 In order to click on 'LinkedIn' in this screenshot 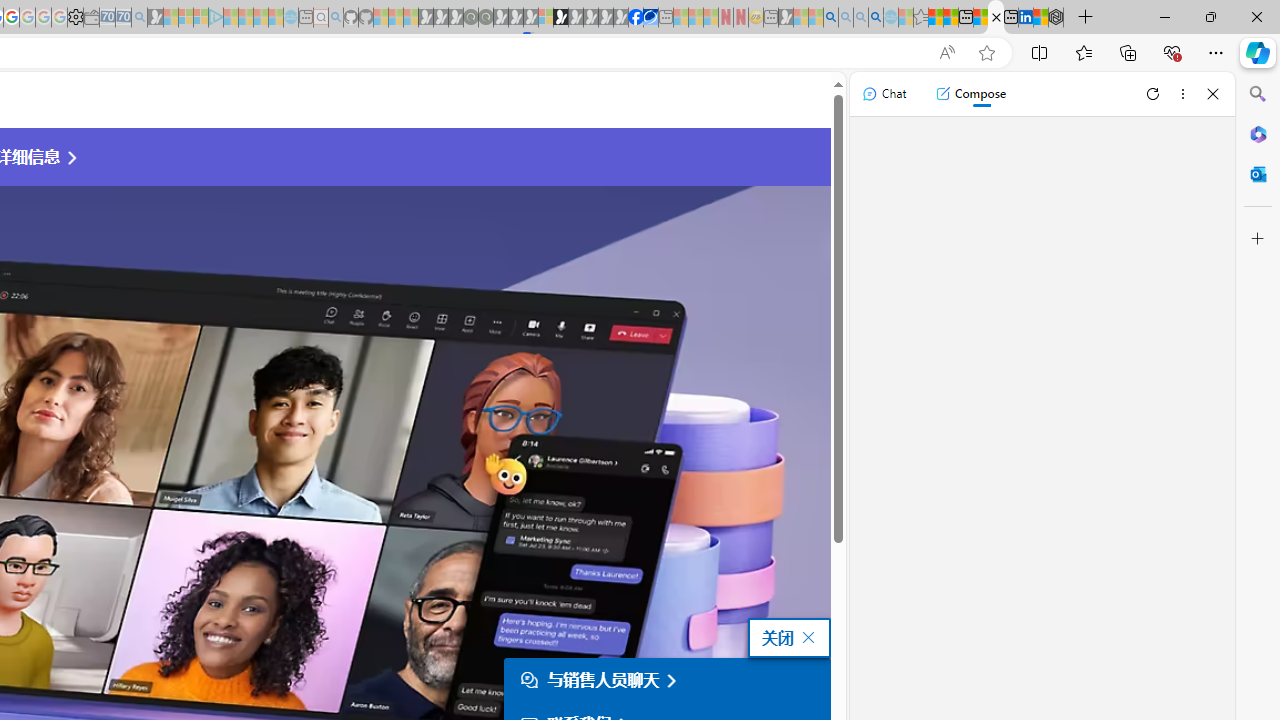, I will do `click(1025, 17)`.